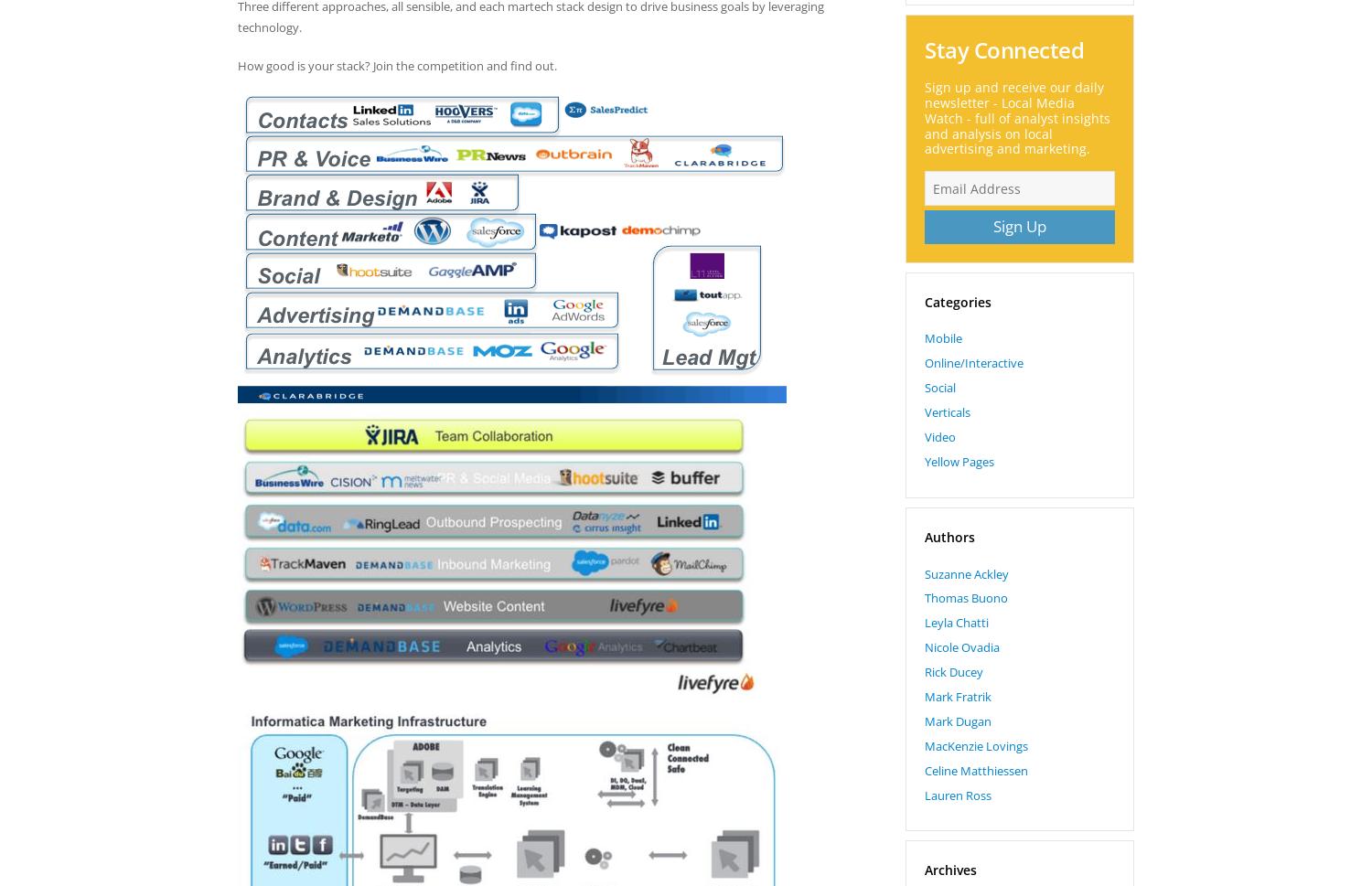  Describe the element at coordinates (943, 337) in the screenshot. I see `'Mobile'` at that location.